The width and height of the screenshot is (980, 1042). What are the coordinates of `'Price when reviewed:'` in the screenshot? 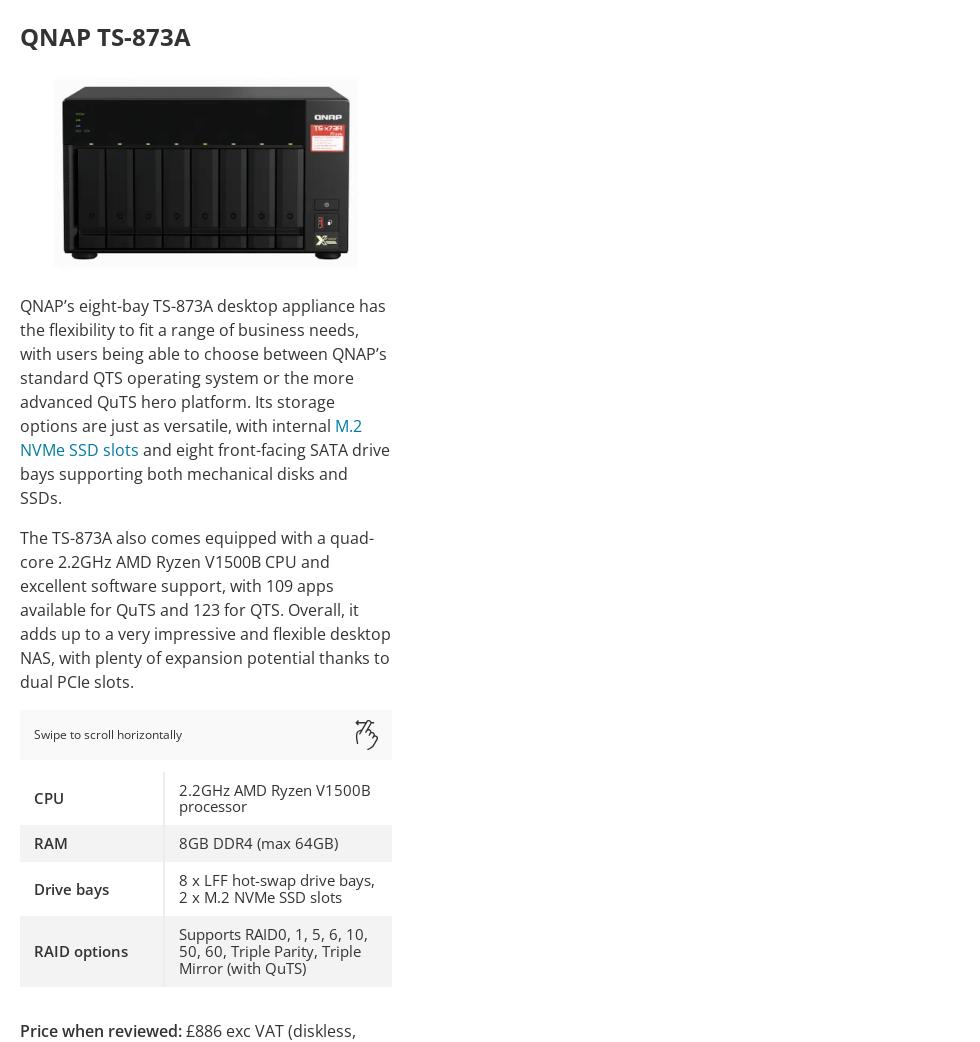 It's located at (19, 1030).